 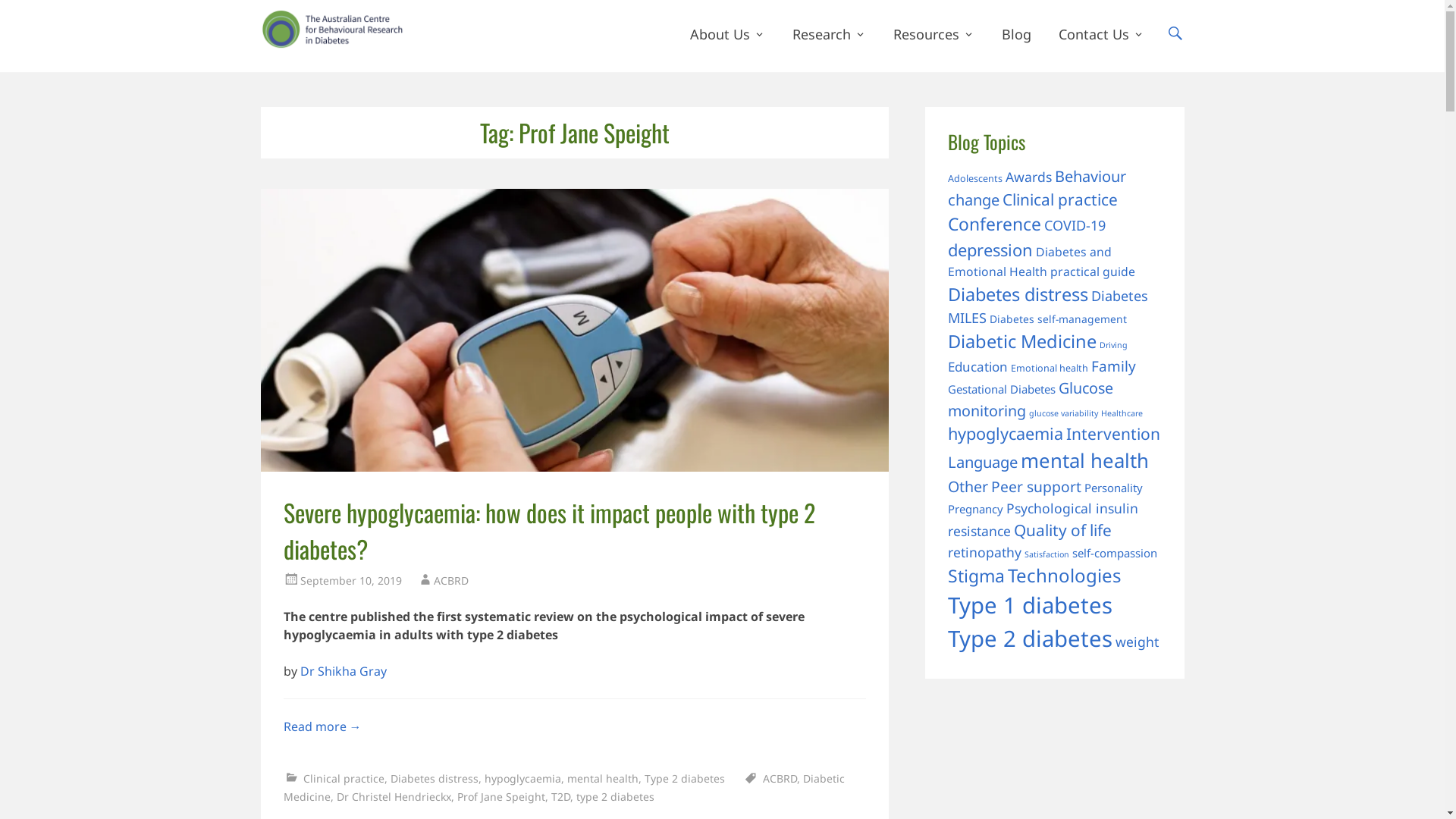 I want to click on 'Dr Christel Hendrieckx', so click(x=394, y=795).